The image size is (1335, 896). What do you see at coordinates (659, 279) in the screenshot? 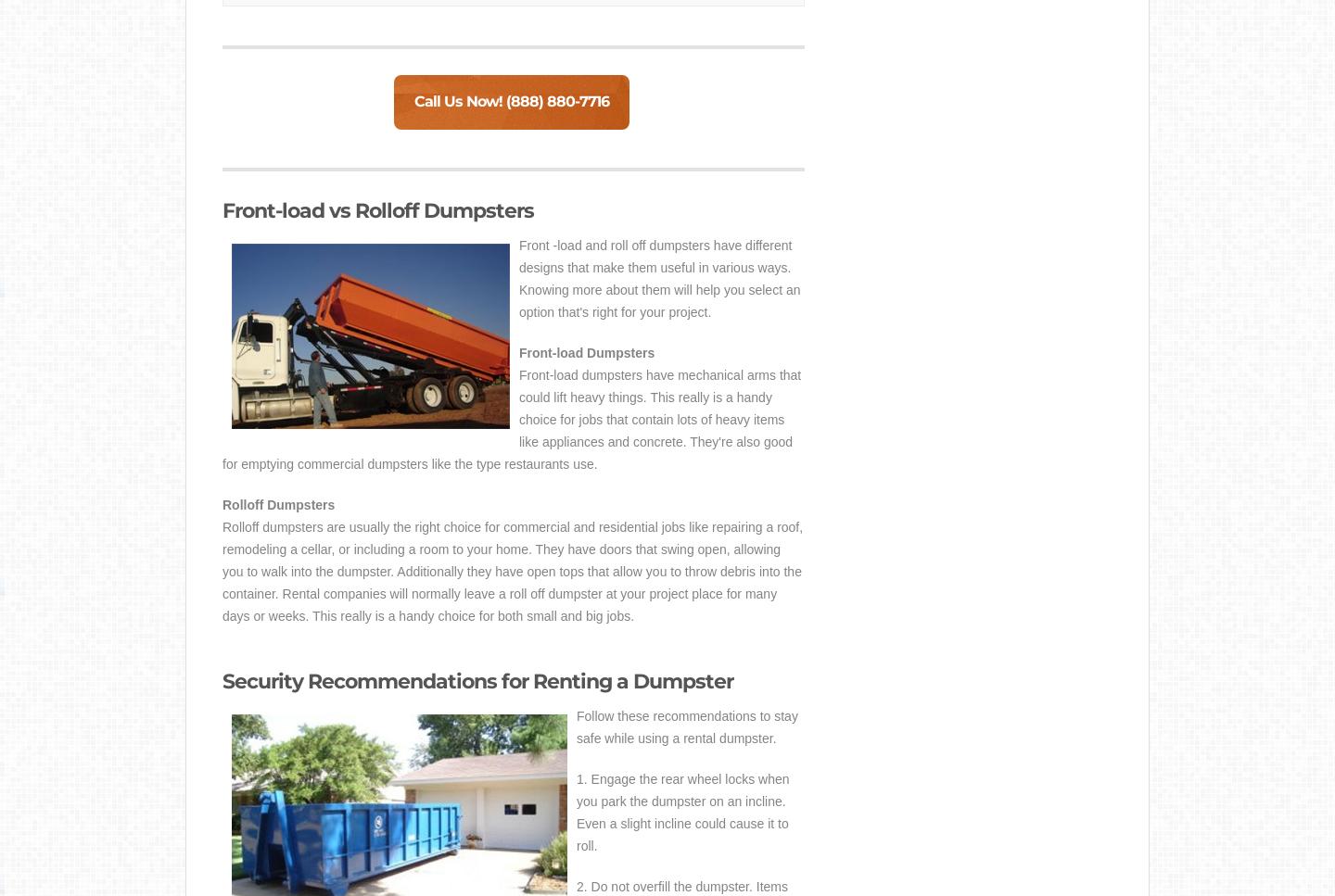
I see `'Front -load and roll off dumpsters have different designs that make them useful in various ways. Knowing more about them will help you select an option that's right for your project.'` at bounding box center [659, 279].